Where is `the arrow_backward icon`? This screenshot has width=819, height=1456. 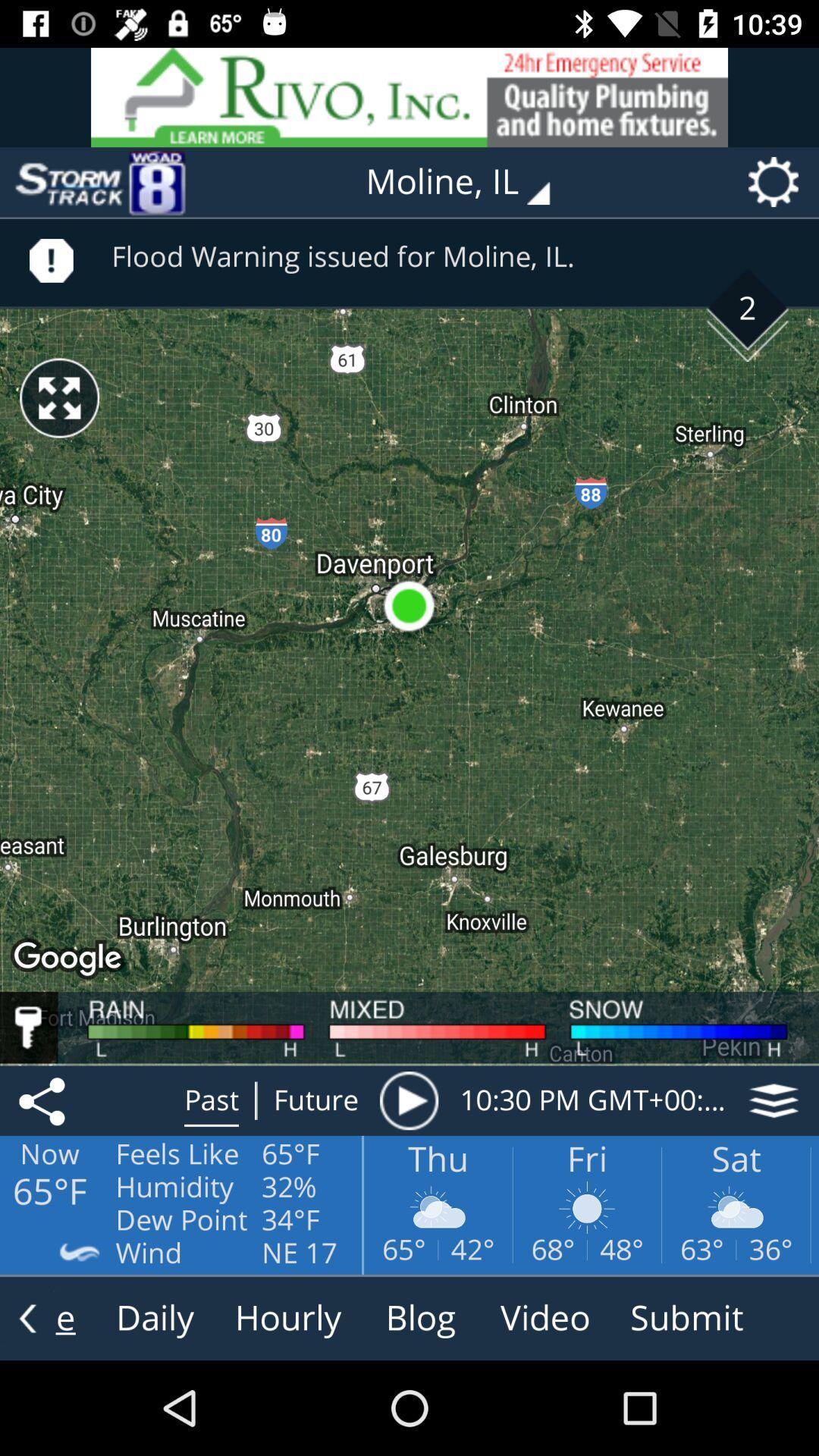 the arrow_backward icon is located at coordinates (27, 1317).